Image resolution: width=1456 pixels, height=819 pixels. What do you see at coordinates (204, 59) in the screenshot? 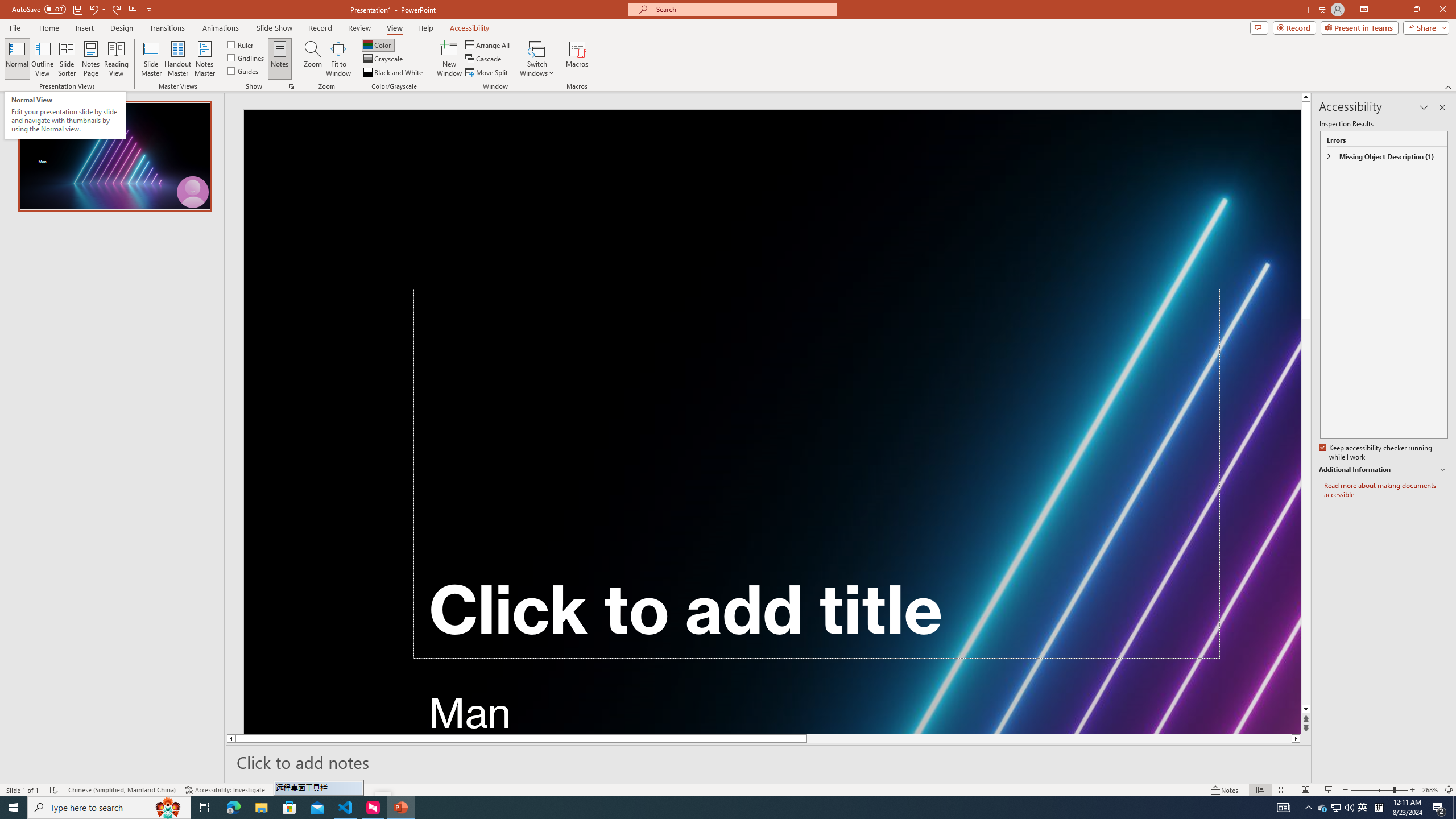
I see `'Notes Master'` at bounding box center [204, 59].